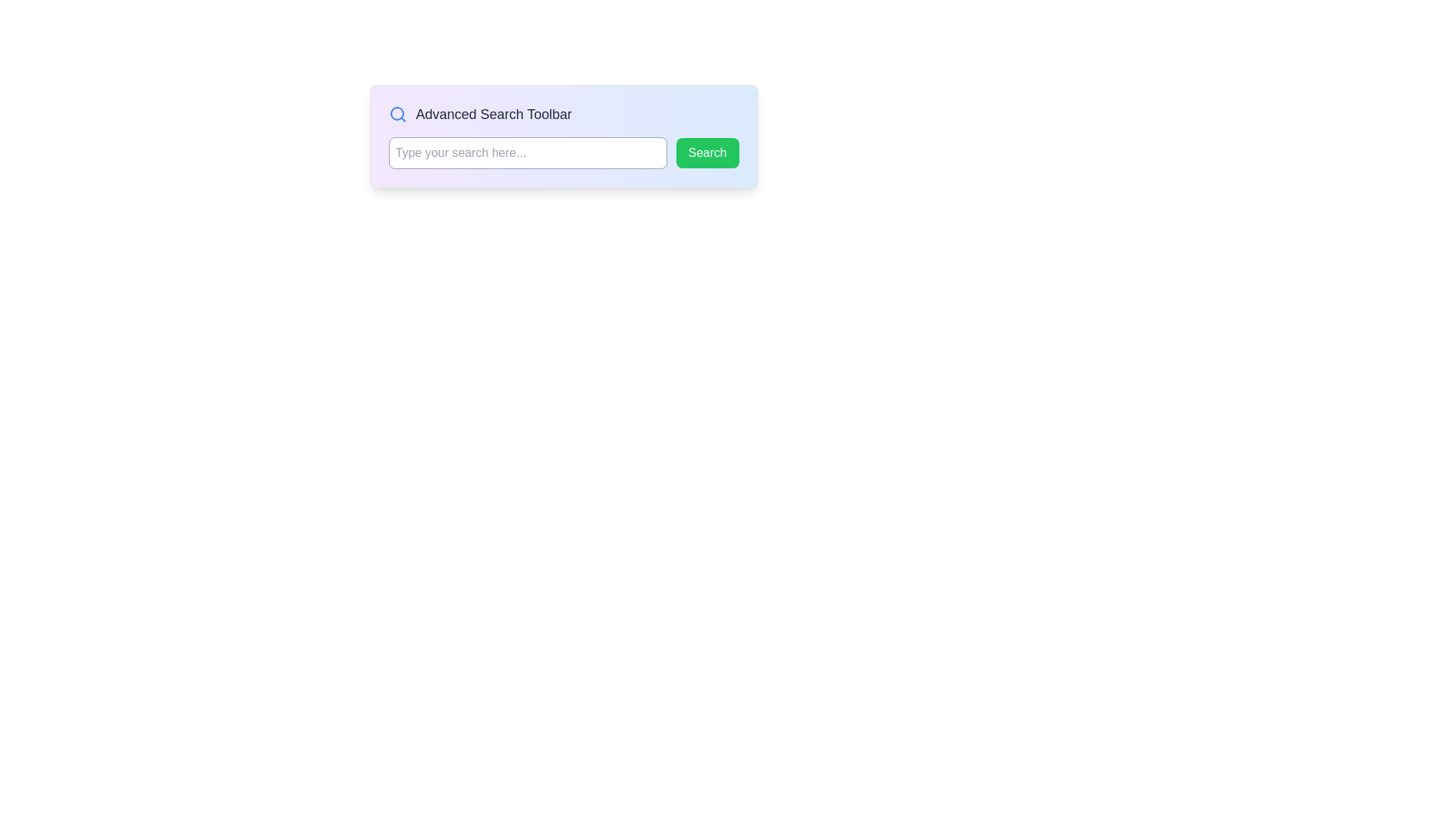 This screenshot has width=1456, height=819. Describe the element at coordinates (706, 152) in the screenshot. I see `the green 'Search' button with white text centered within it to initiate a search` at that location.